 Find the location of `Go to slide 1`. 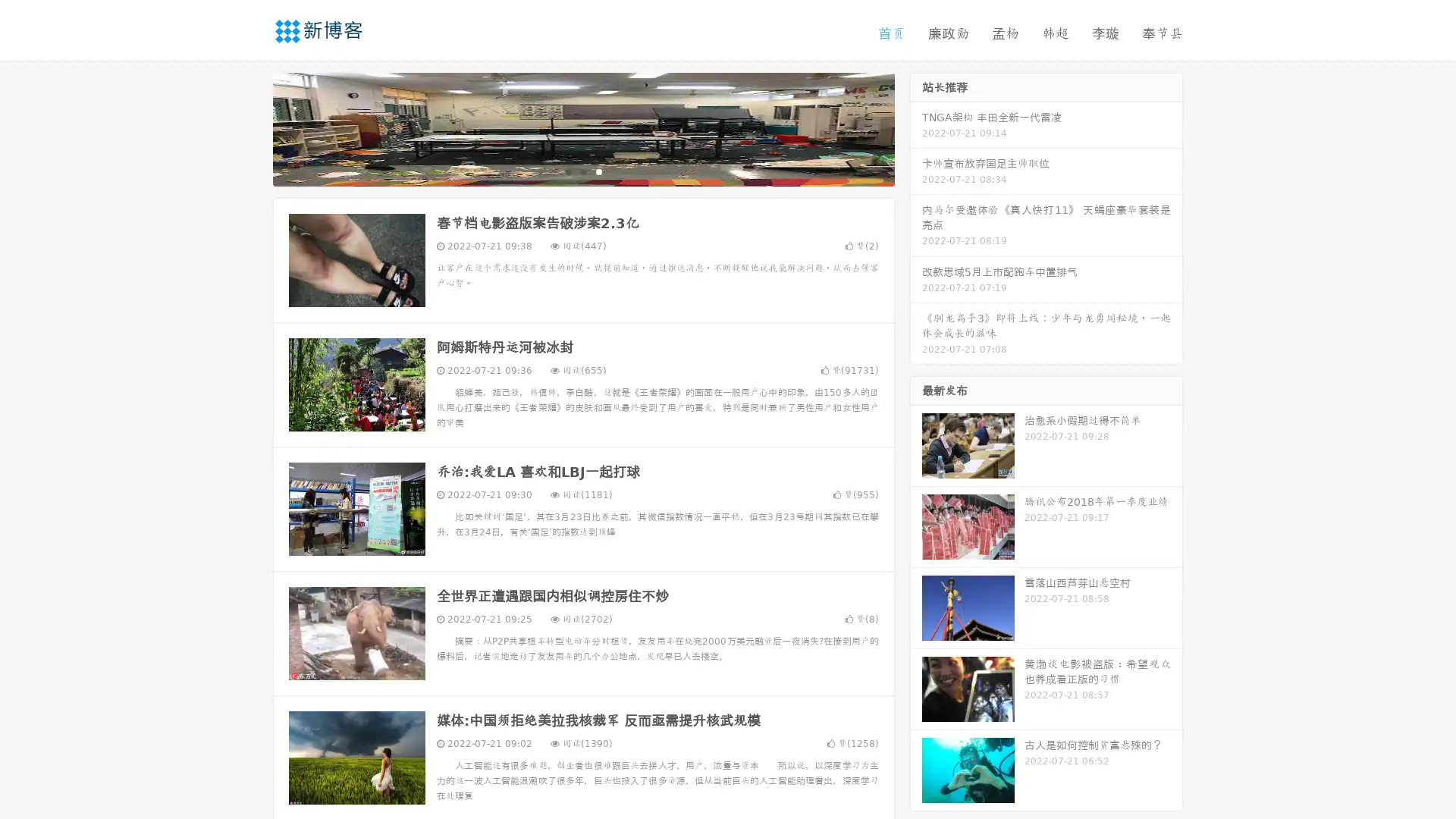

Go to slide 1 is located at coordinates (567, 171).